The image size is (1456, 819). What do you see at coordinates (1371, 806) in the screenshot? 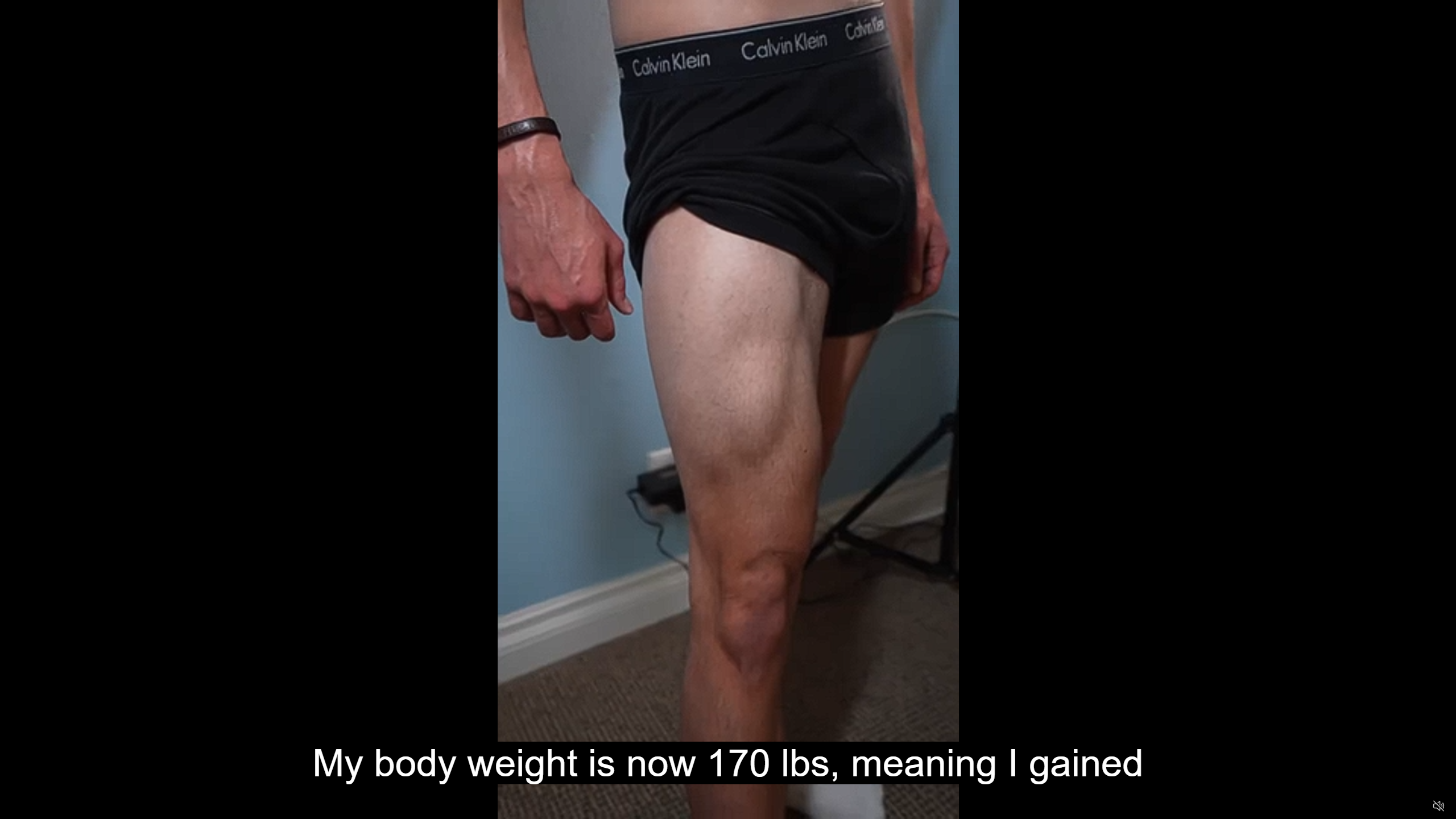
I see `'Quality Settings'` at bounding box center [1371, 806].